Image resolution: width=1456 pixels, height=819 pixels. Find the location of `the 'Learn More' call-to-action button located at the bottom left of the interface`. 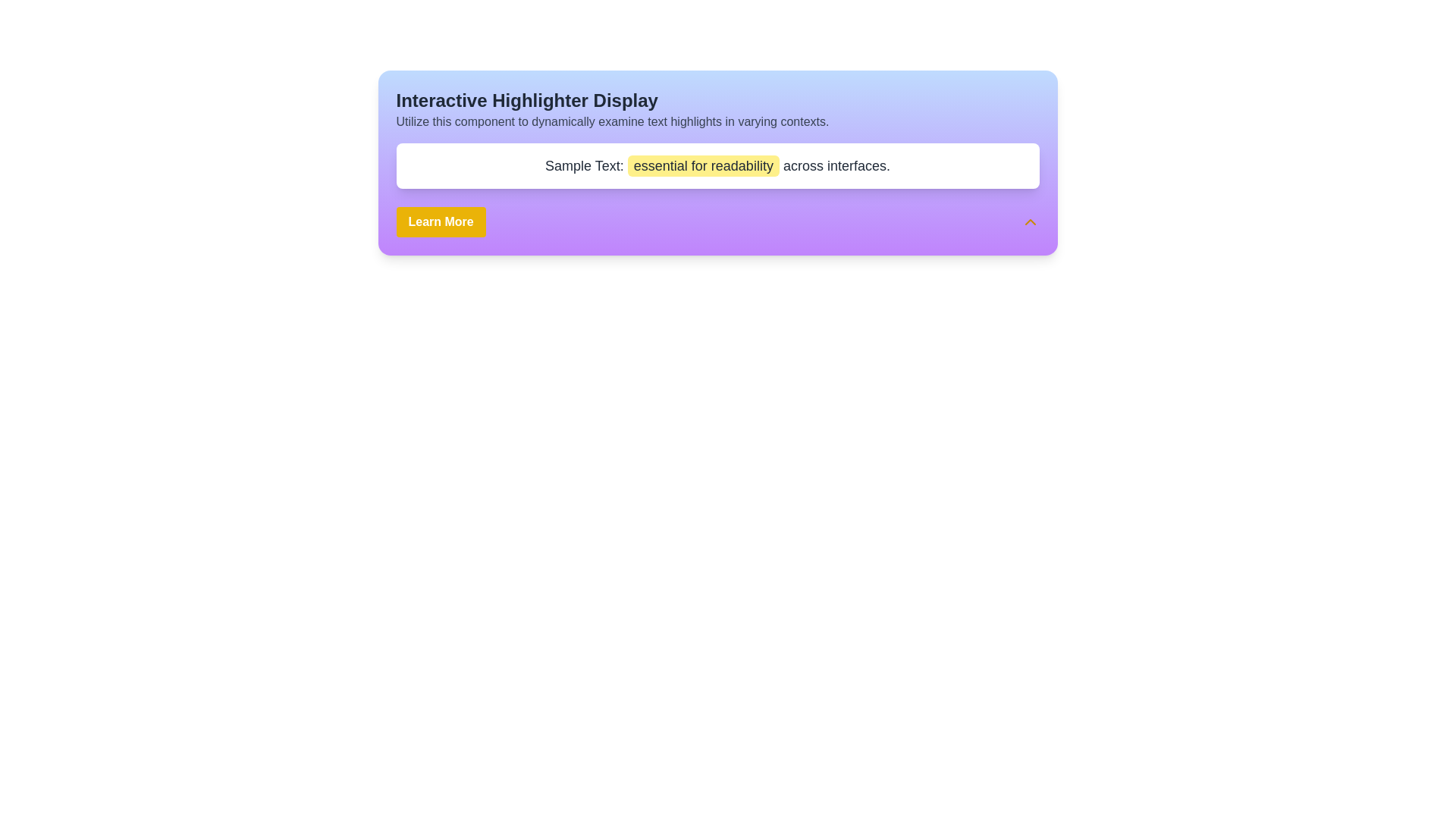

the 'Learn More' call-to-action button located at the bottom left of the interface is located at coordinates (440, 222).